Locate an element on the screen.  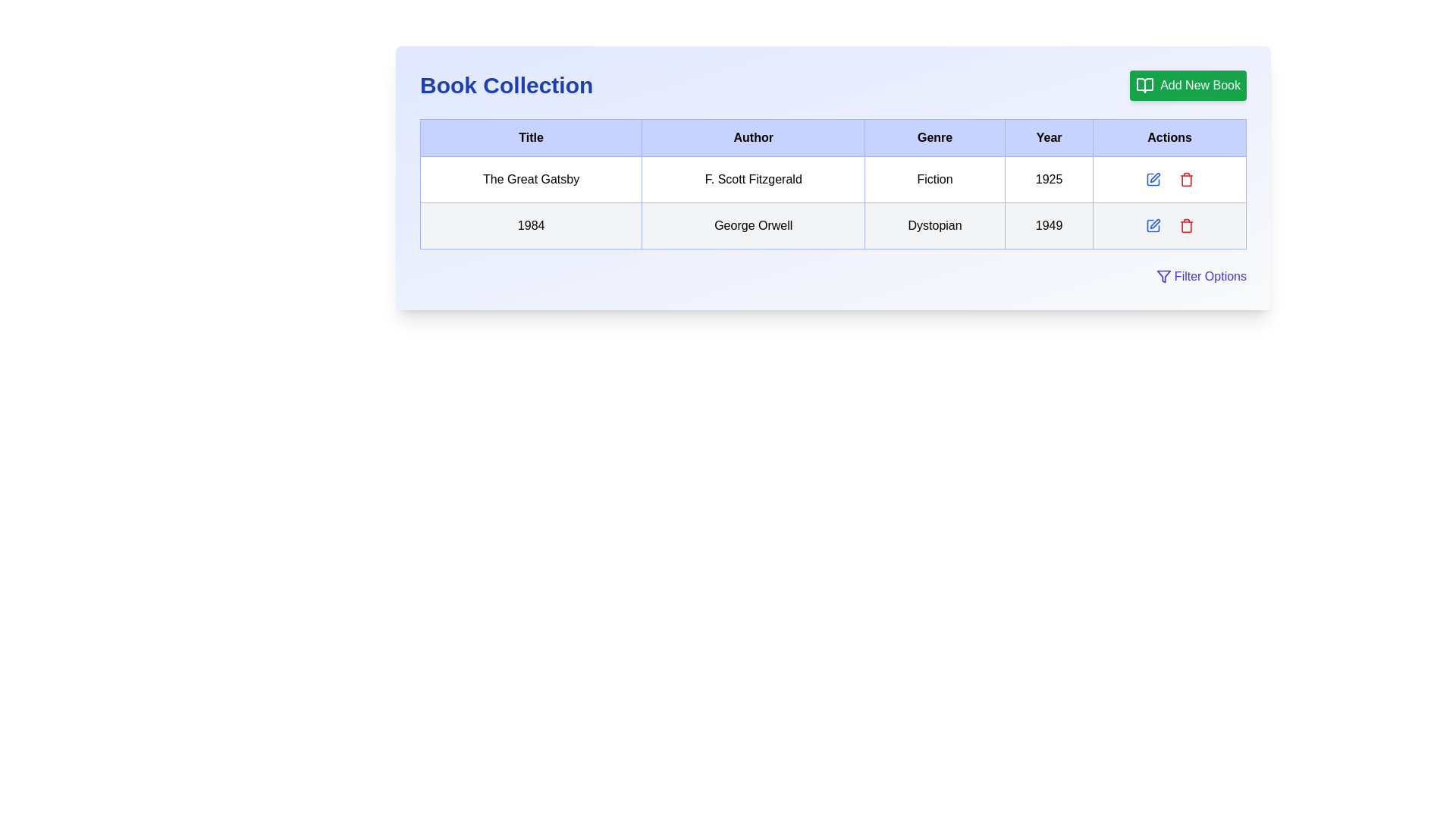
text label displaying 'Fiction' which is located in the third column under the 'Genre' header in the table is located at coordinates (934, 178).